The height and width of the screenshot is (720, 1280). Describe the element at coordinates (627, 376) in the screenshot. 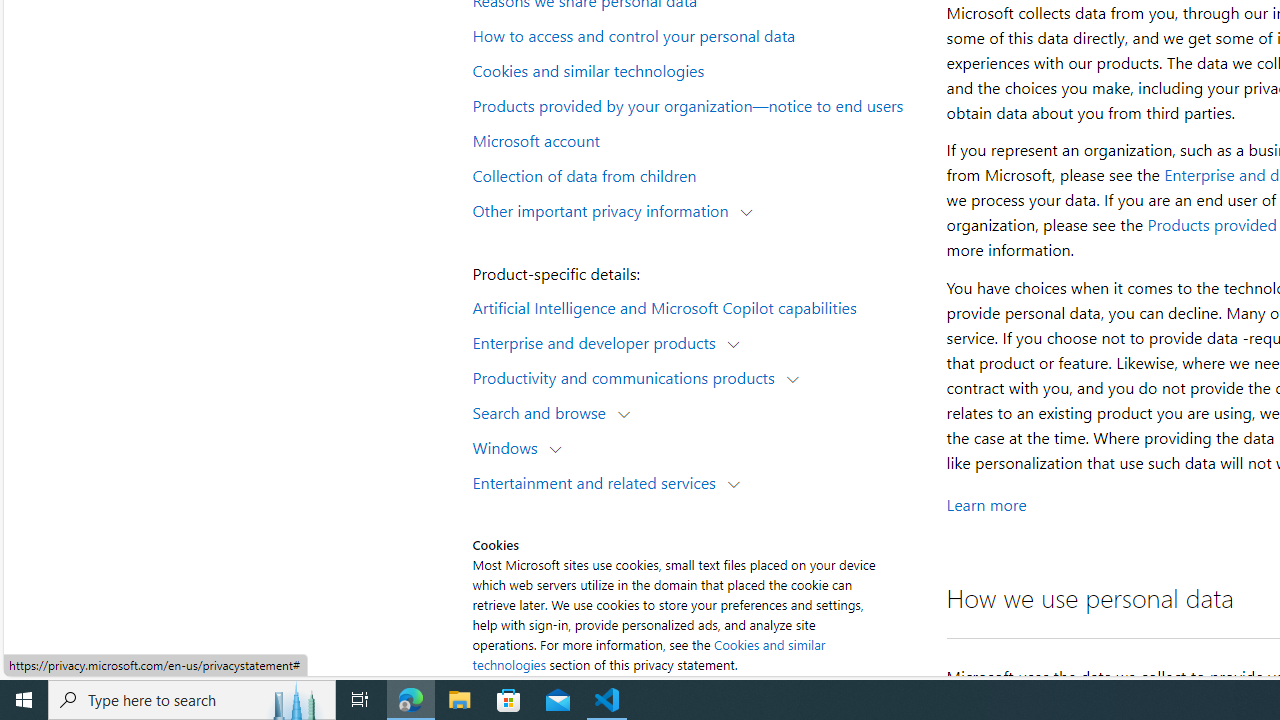

I see `'Productivity and communications products'` at that location.